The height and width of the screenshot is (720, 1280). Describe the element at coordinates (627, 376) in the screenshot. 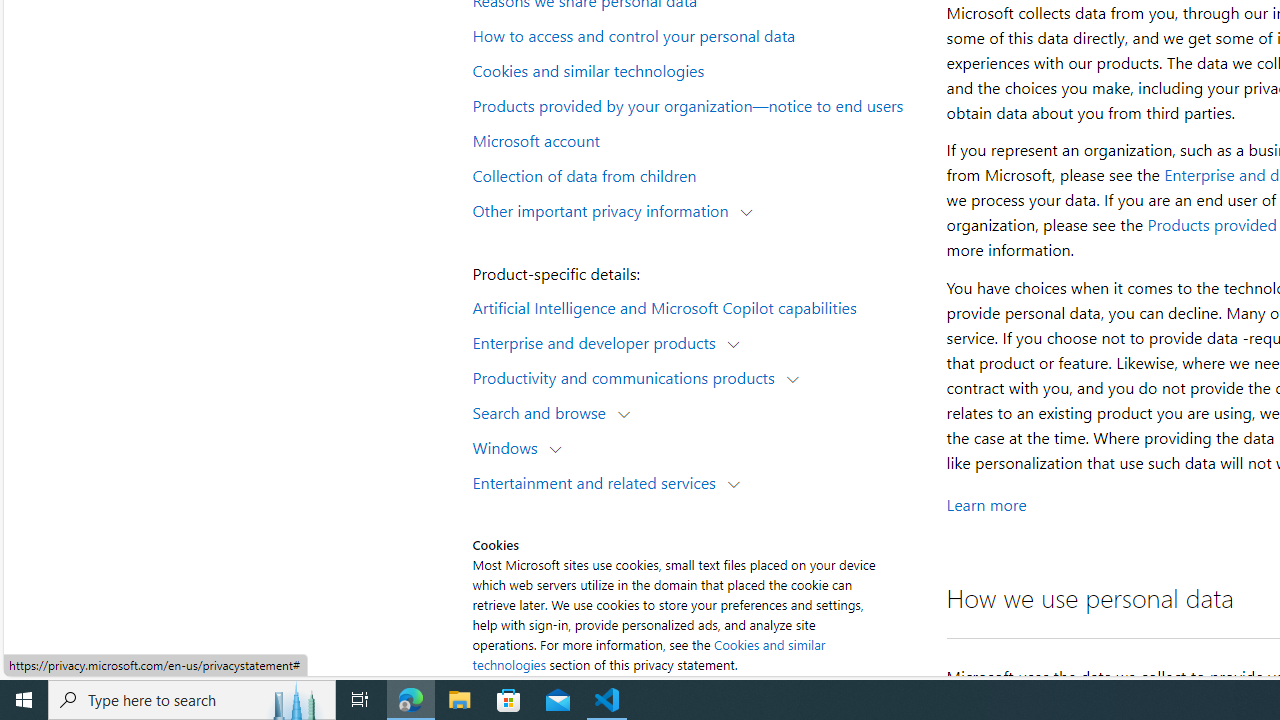

I see `'Productivity and communications products'` at that location.